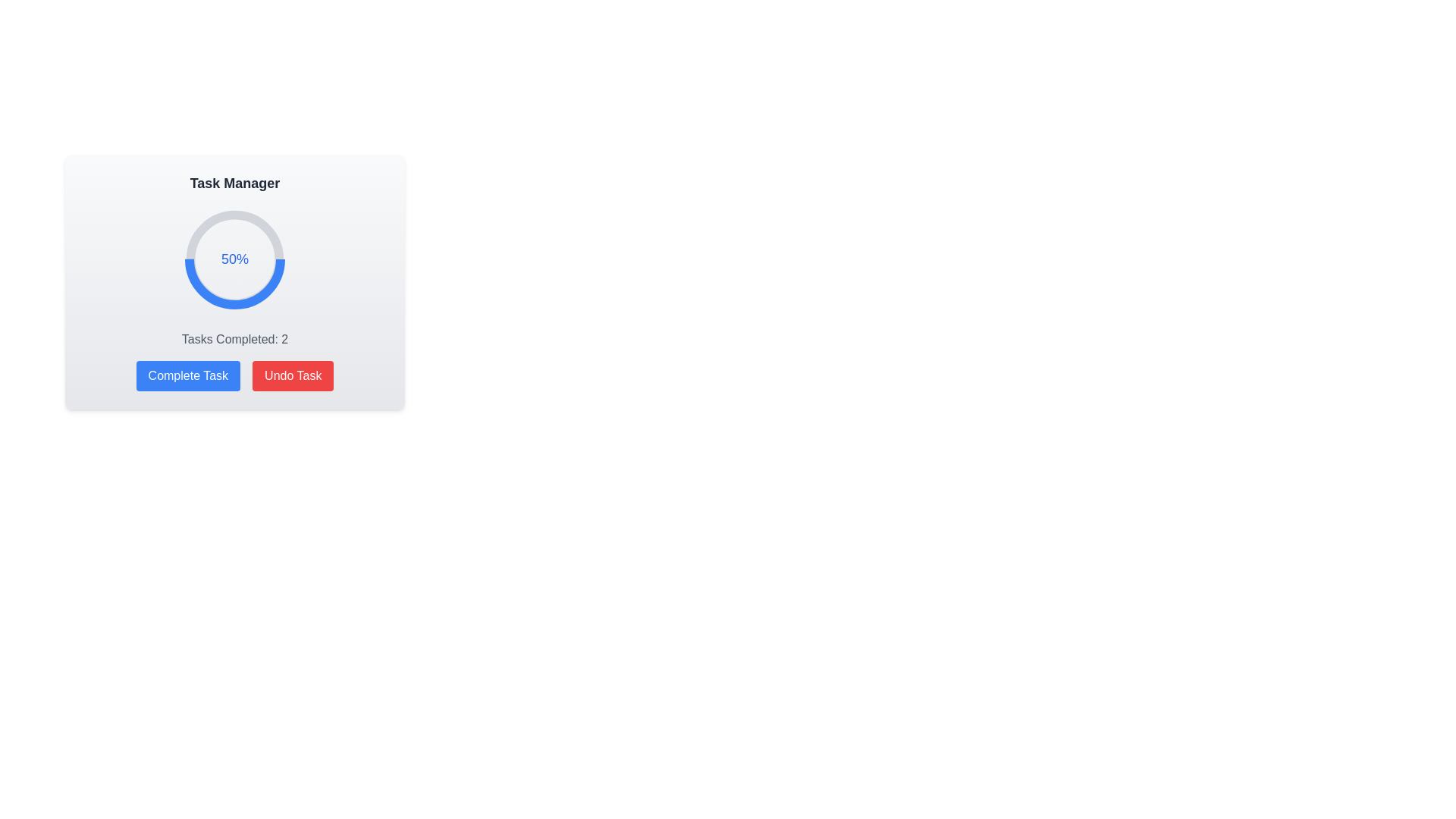 This screenshot has height=819, width=1456. I want to click on the second button in the Task Manager section, so click(293, 375).